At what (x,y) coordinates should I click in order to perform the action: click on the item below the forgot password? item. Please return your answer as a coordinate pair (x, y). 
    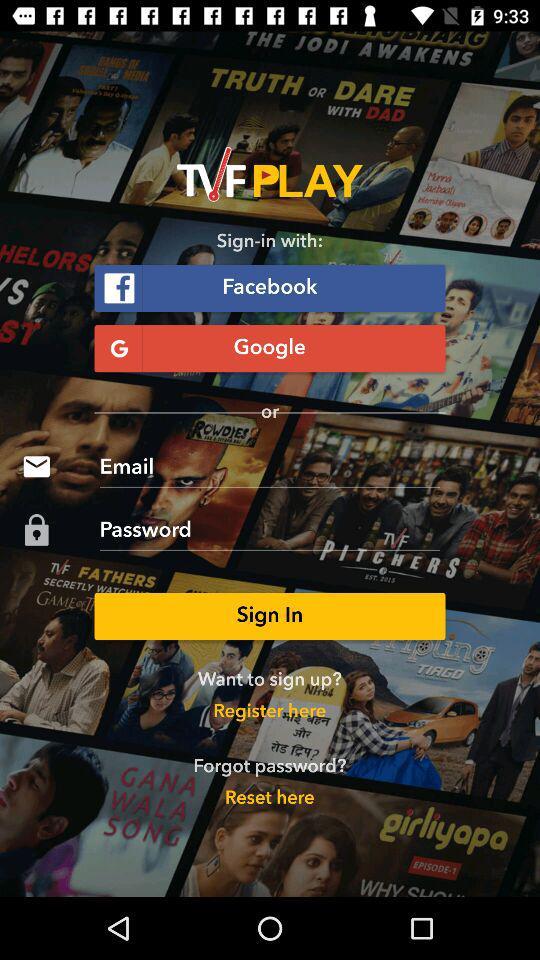
    Looking at the image, I should click on (269, 798).